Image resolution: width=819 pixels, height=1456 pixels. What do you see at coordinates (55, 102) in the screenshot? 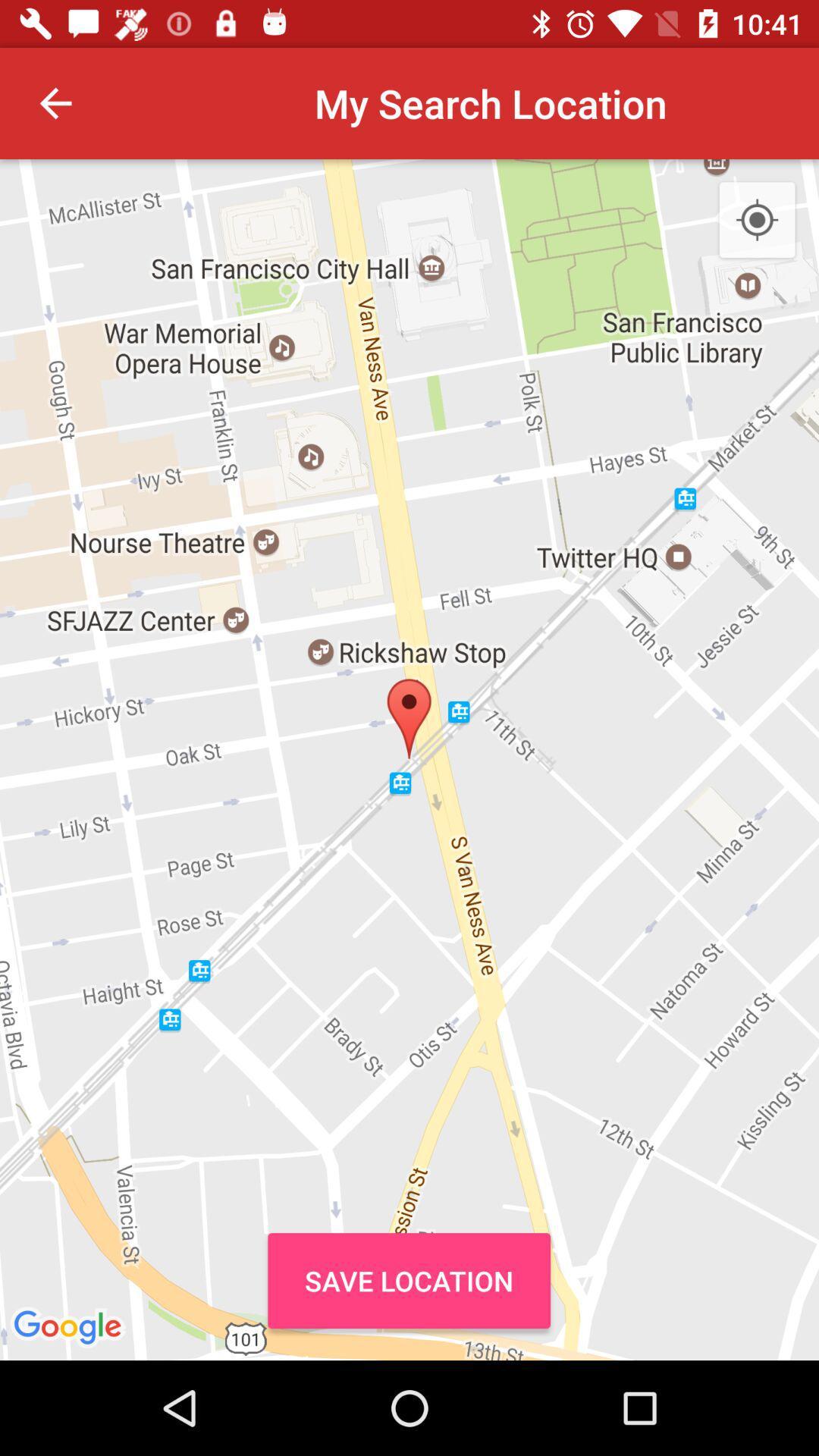
I see `item next to my search location item` at bounding box center [55, 102].